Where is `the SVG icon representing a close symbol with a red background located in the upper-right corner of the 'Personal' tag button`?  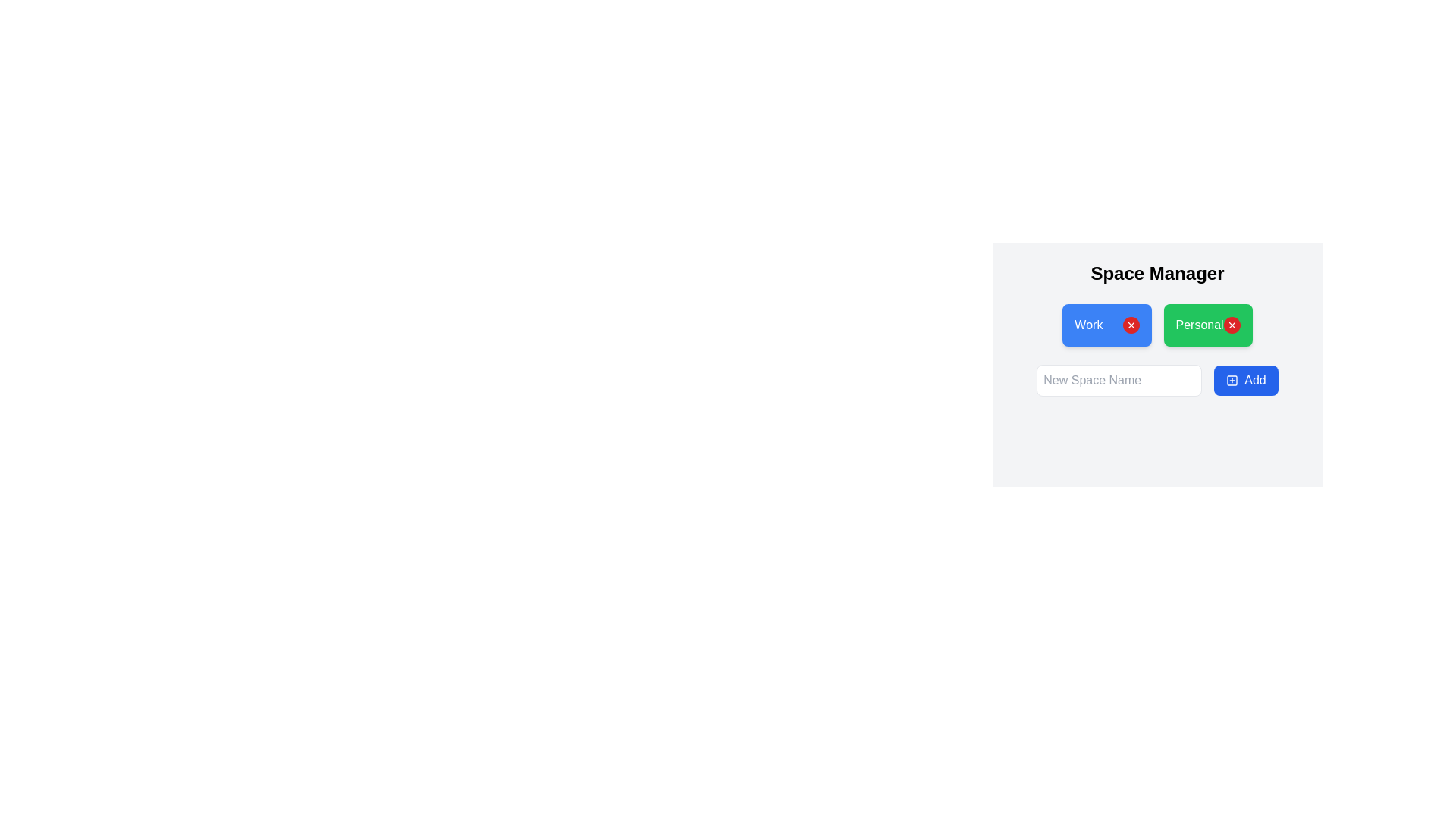 the SVG icon representing a close symbol with a red background located in the upper-right corner of the 'Personal' tag button is located at coordinates (1232, 324).